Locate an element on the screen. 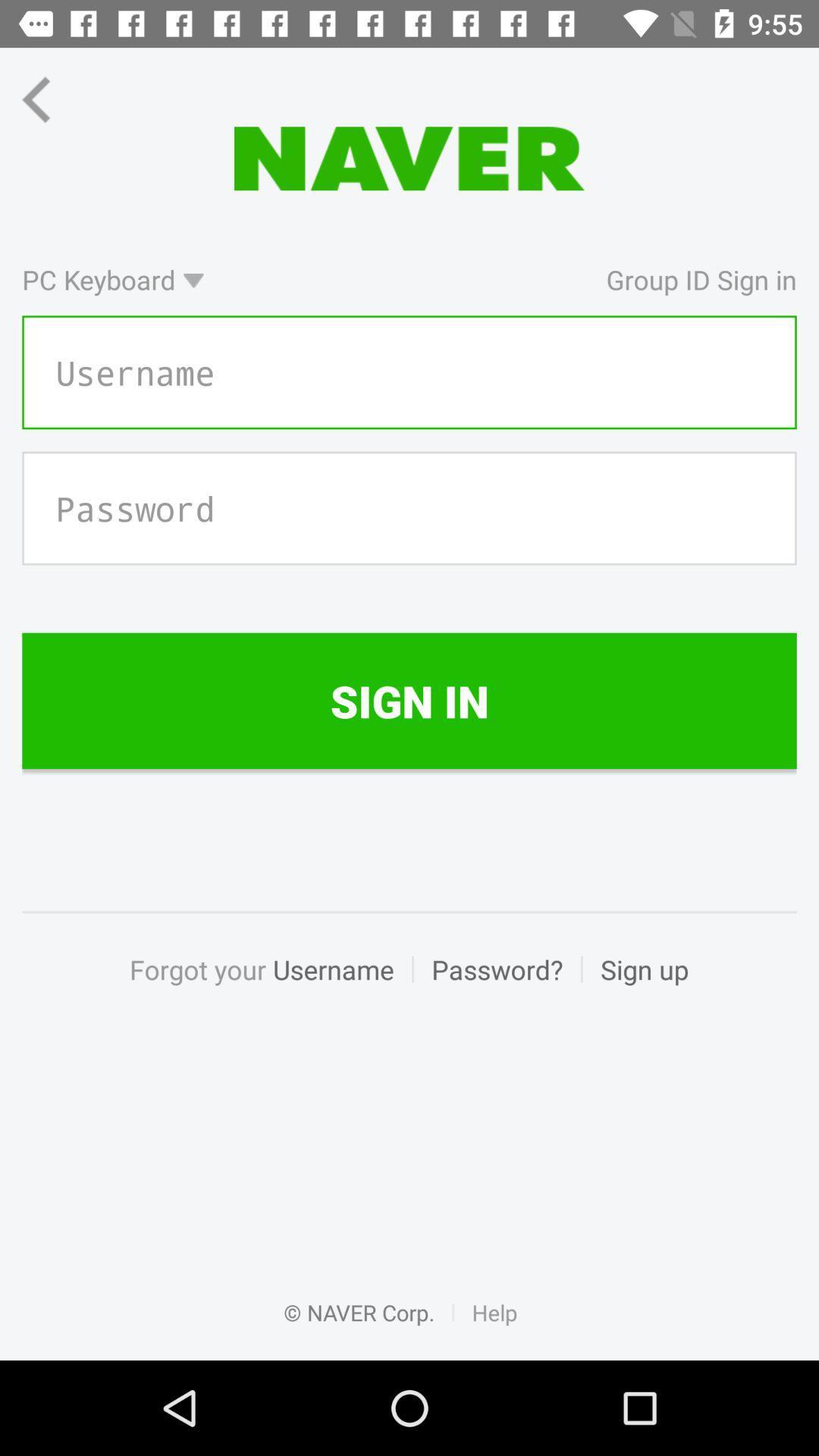  password input is located at coordinates (409, 508).